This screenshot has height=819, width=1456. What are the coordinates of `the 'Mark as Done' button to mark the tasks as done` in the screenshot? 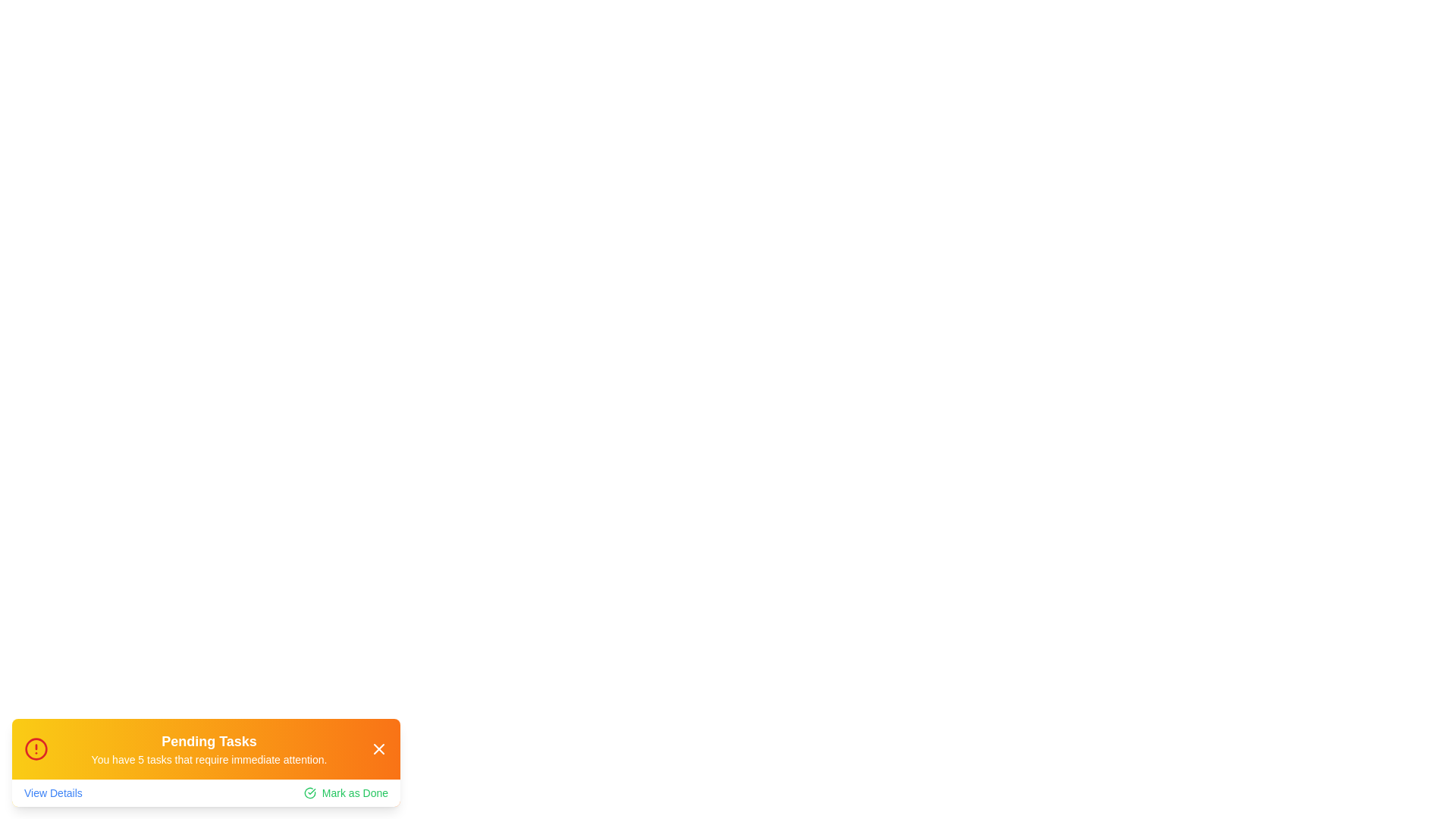 It's located at (345, 792).